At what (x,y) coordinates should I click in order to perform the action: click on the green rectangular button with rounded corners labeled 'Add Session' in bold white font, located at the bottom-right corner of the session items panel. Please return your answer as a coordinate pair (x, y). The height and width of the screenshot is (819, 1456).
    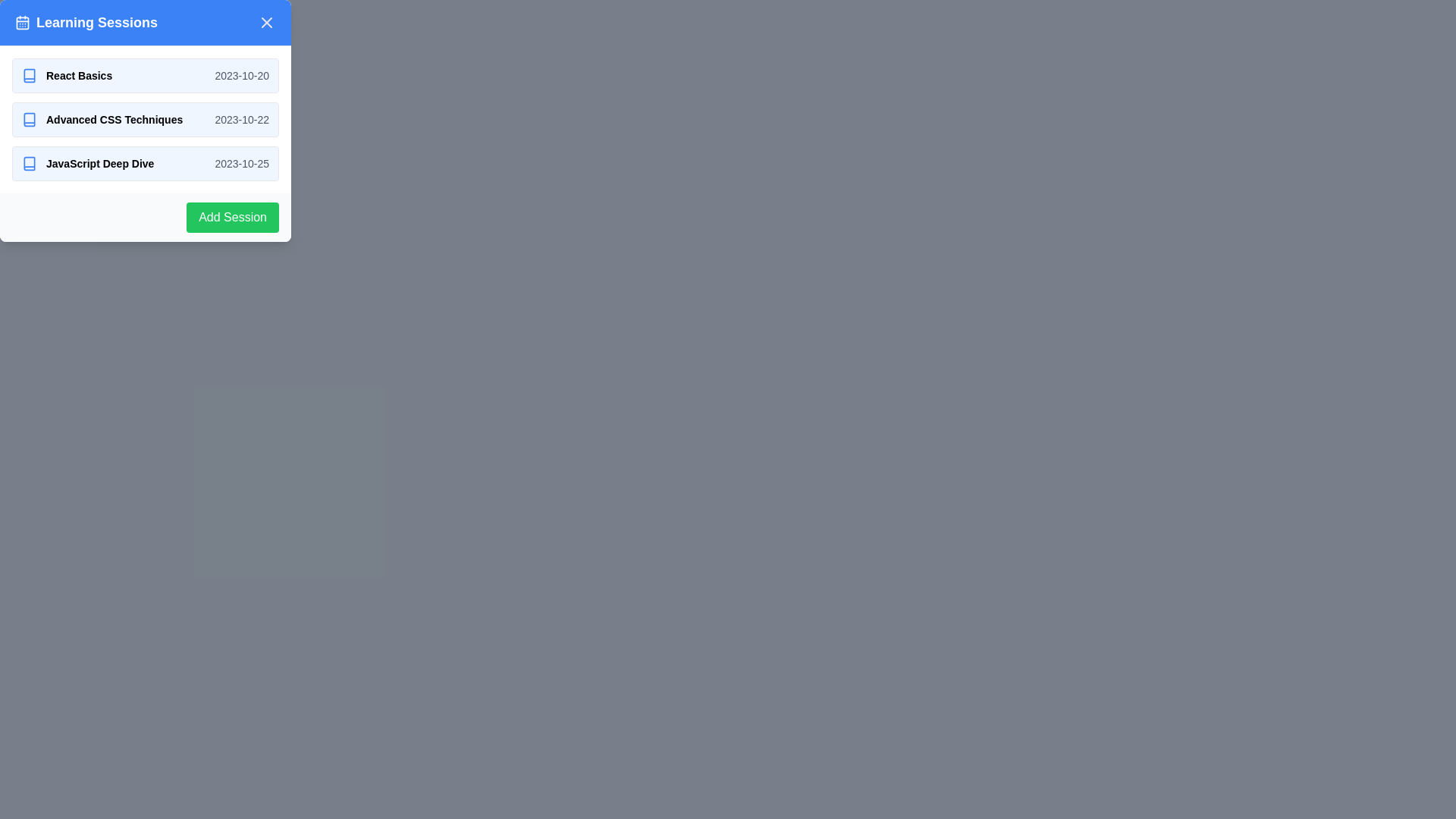
    Looking at the image, I should click on (232, 217).